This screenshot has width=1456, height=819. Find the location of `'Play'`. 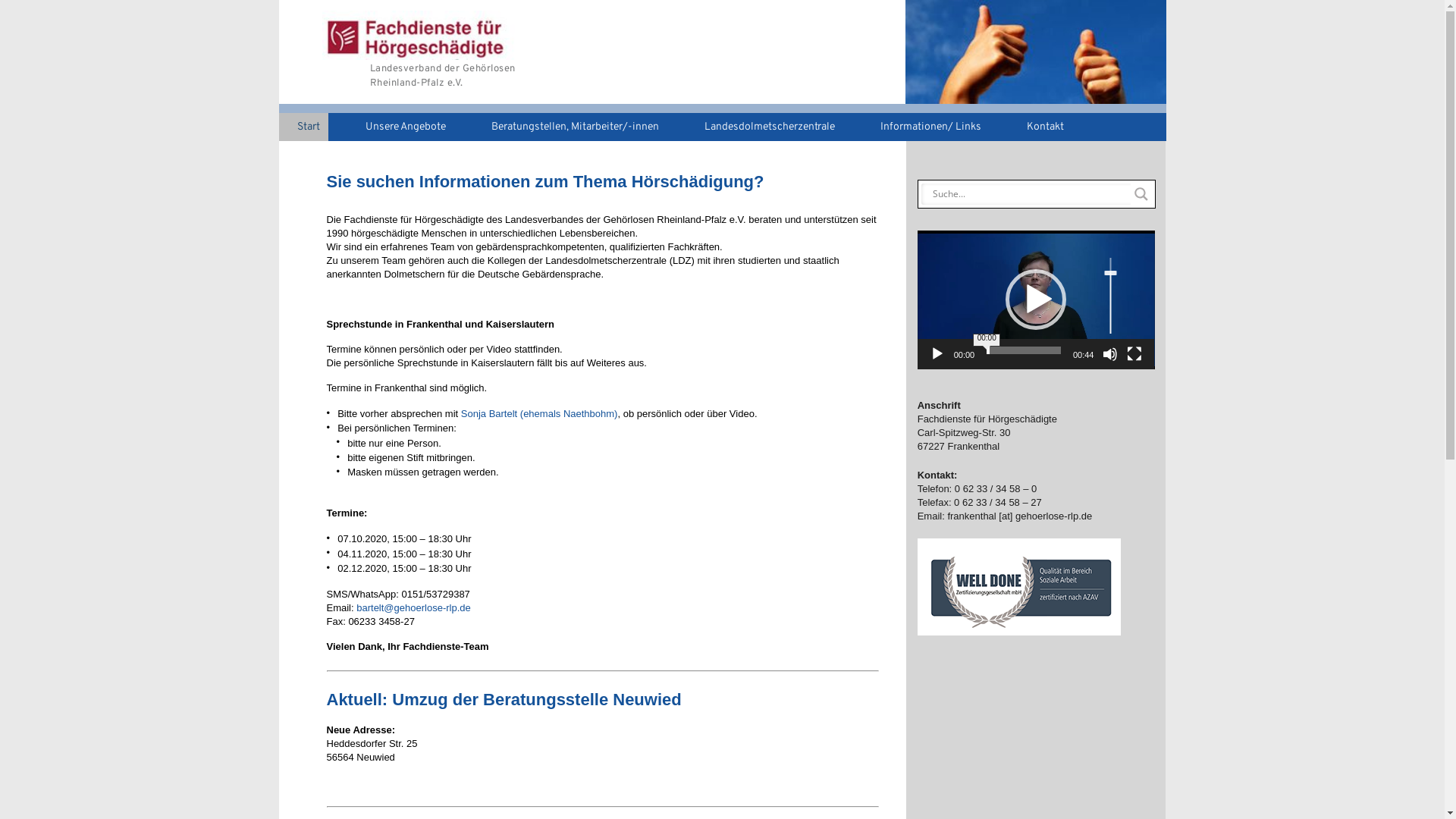

'Play' is located at coordinates (937, 353).